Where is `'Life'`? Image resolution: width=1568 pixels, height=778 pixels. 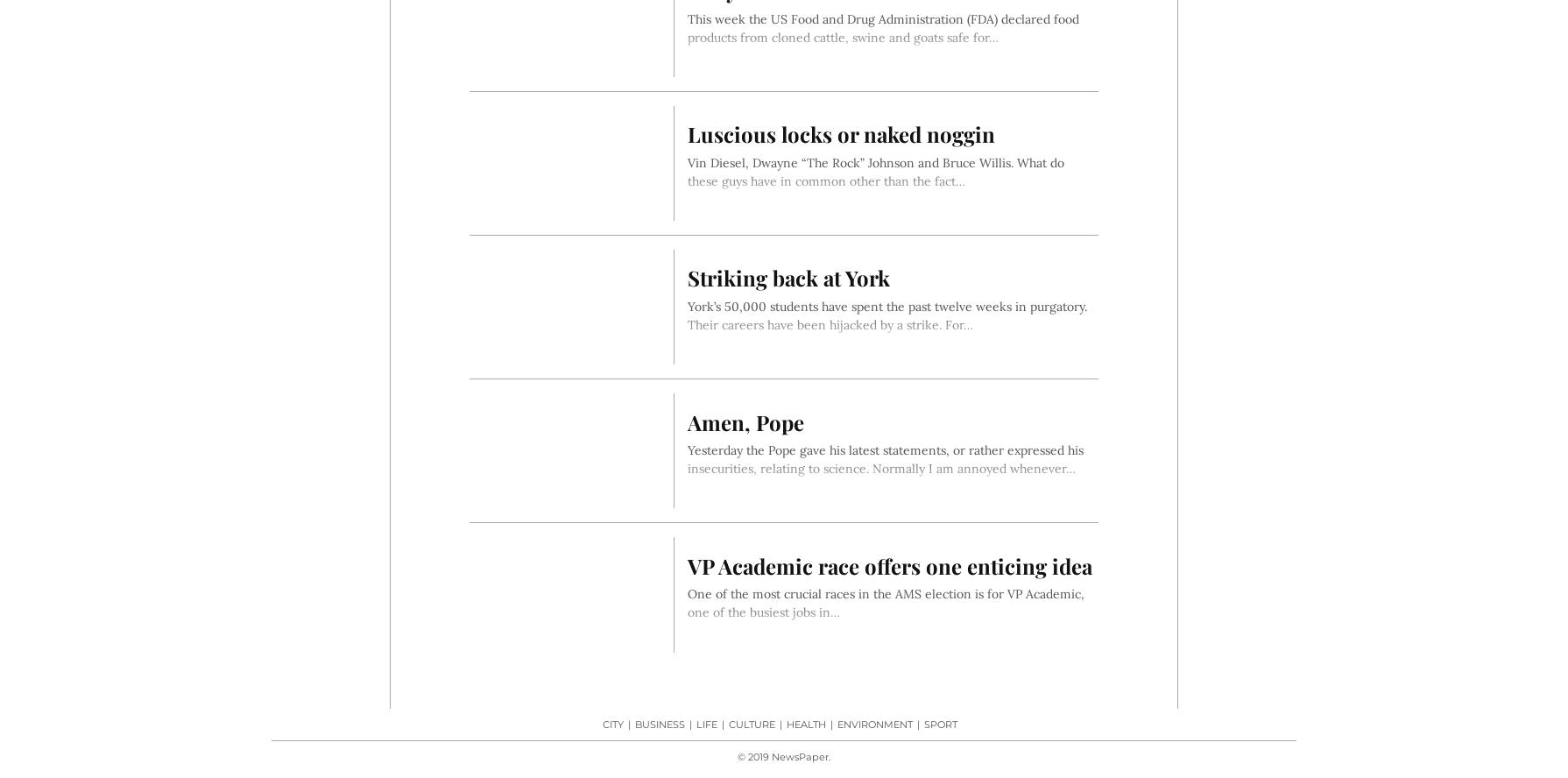 'Life' is located at coordinates (705, 724).